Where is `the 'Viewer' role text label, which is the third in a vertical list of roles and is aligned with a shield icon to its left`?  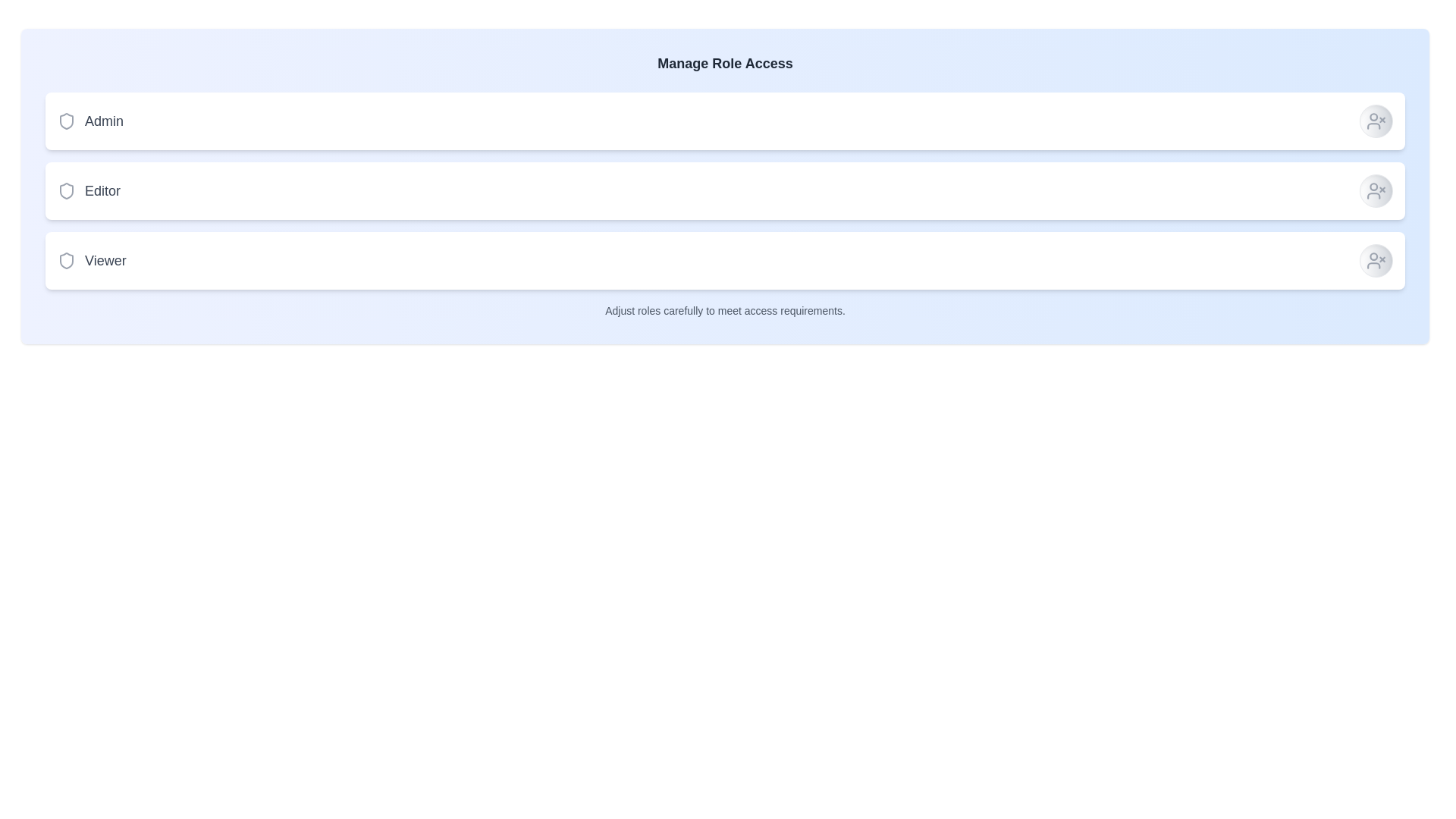
the 'Viewer' role text label, which is the third in a vertical list of roles and is aligned with a shield icon to its left is located at coordinates (105, 259).